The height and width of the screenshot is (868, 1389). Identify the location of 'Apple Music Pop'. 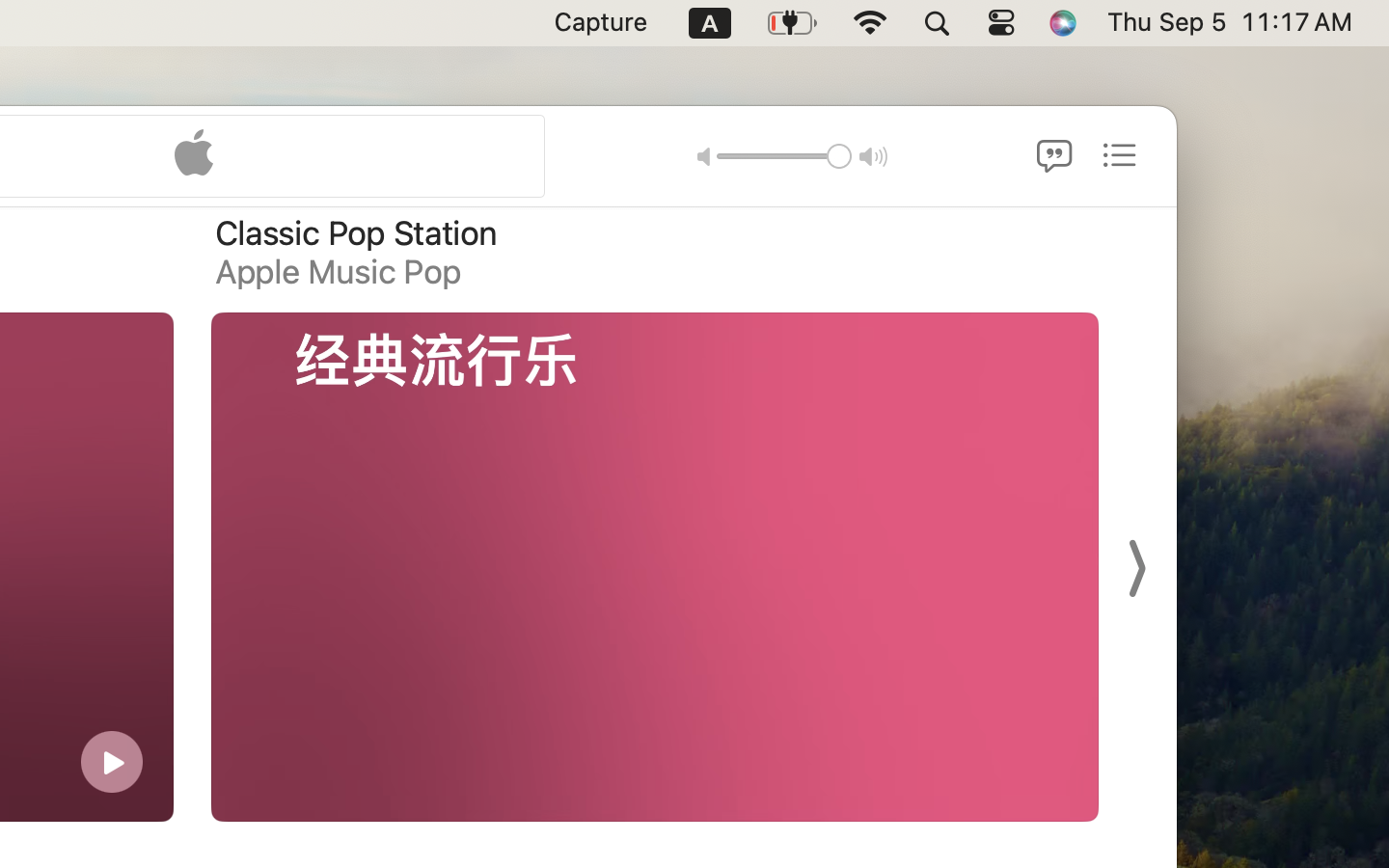
(338, 270).